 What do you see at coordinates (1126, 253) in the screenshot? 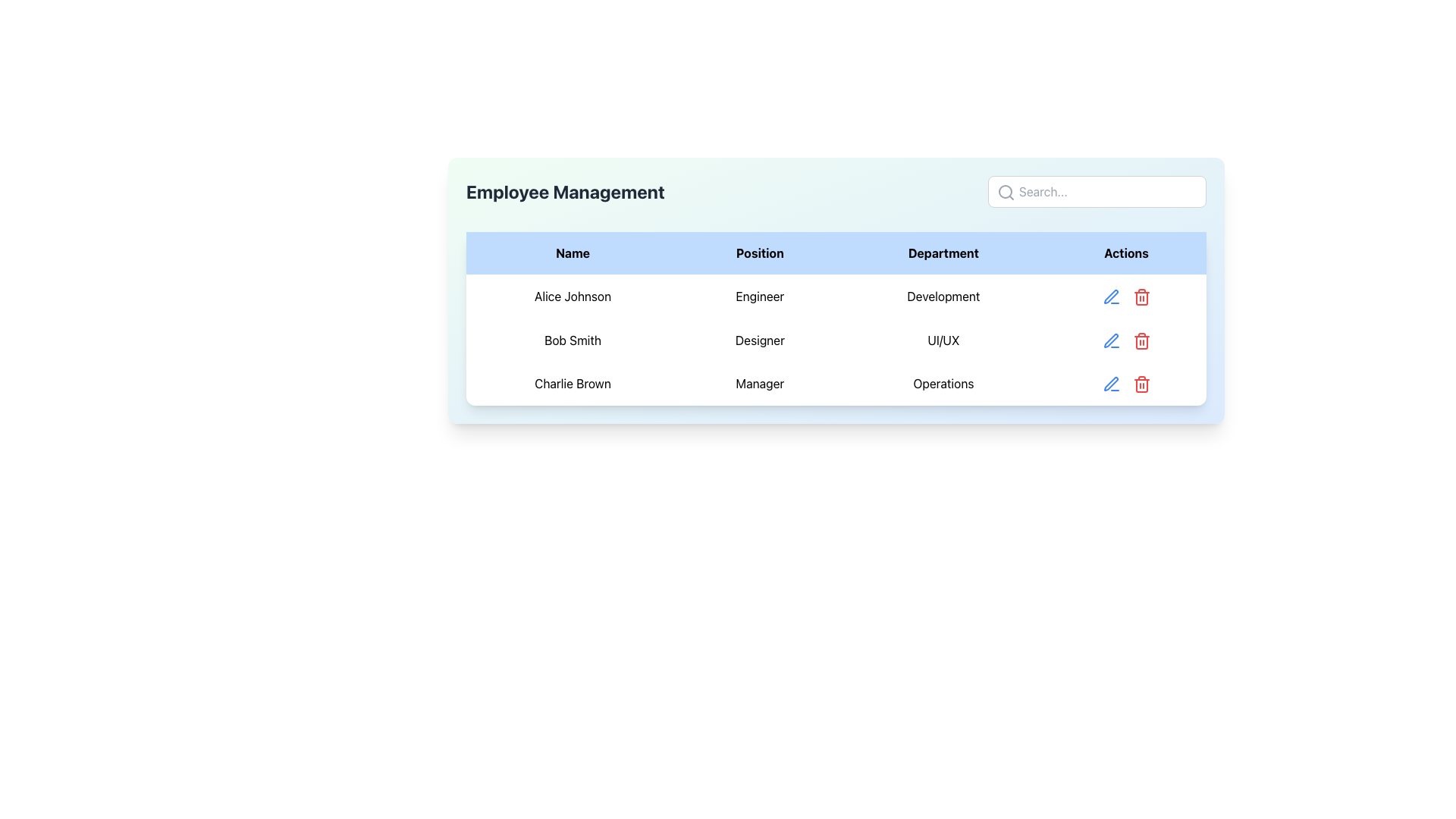
I see `the 'Actions' text label, which is the last header in the table row, to sort the column if sorting is enabled` at bounding box center [1126, 253].